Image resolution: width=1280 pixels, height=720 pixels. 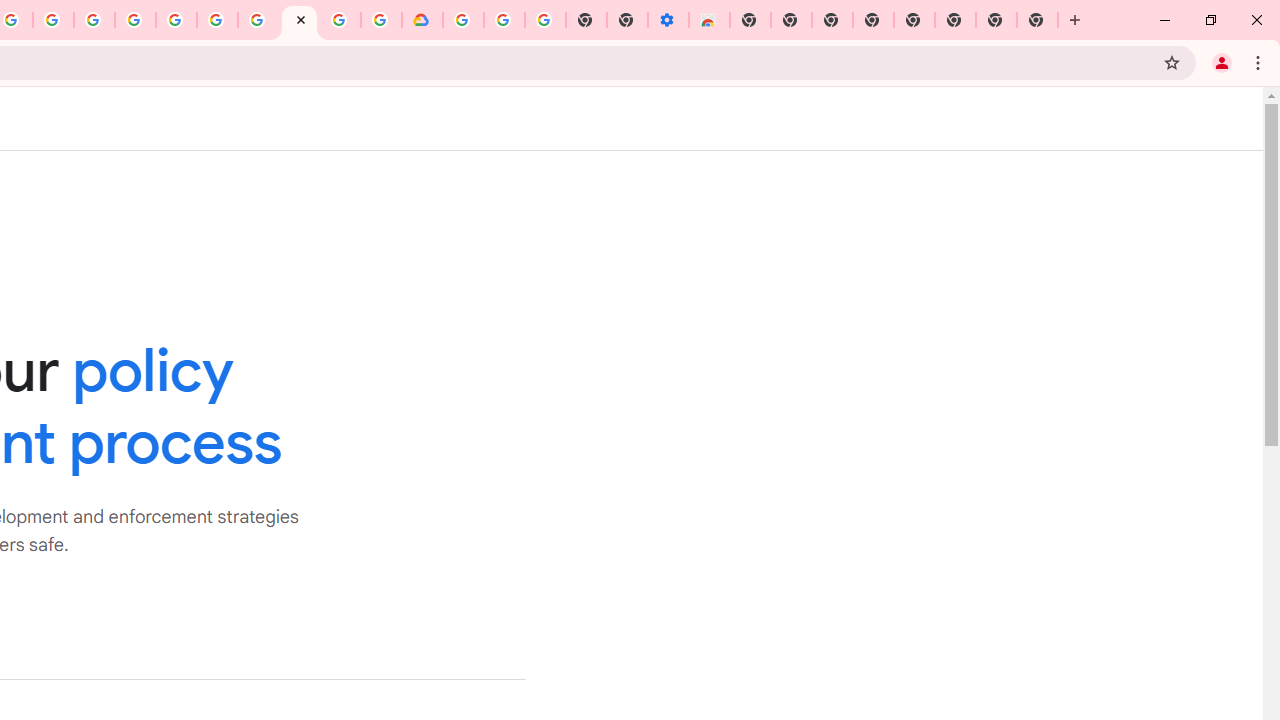 I want to click on 'Turn cookies on or off - Computer - Google Account Help', so click(x=545, y=20).